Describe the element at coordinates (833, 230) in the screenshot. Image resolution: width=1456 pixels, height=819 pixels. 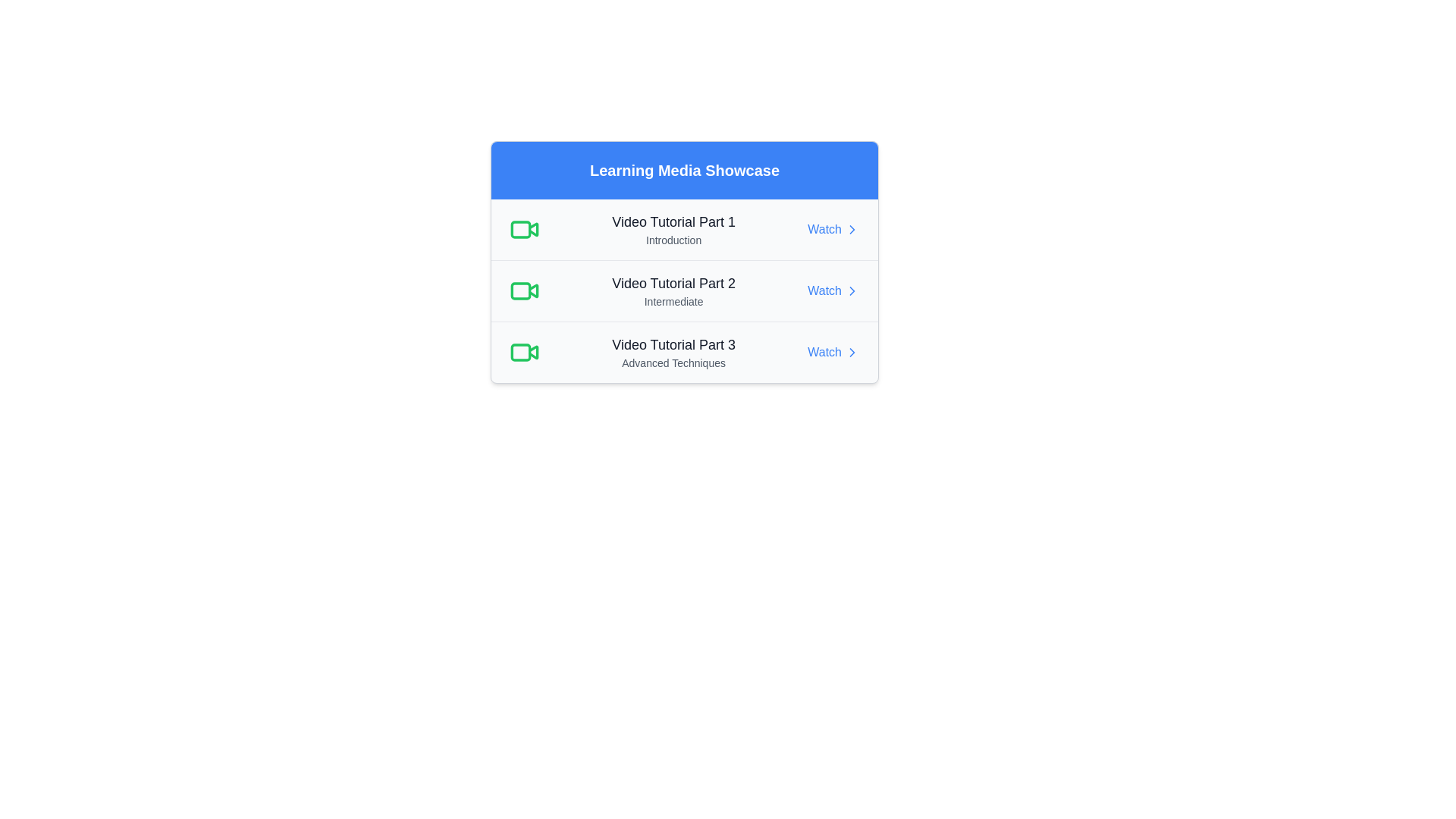
I see `the 'Watch' text link with icon, located in the row titled 'Video Tutorial Part 1' in the 'Learning Media Showcase' section` at that location.